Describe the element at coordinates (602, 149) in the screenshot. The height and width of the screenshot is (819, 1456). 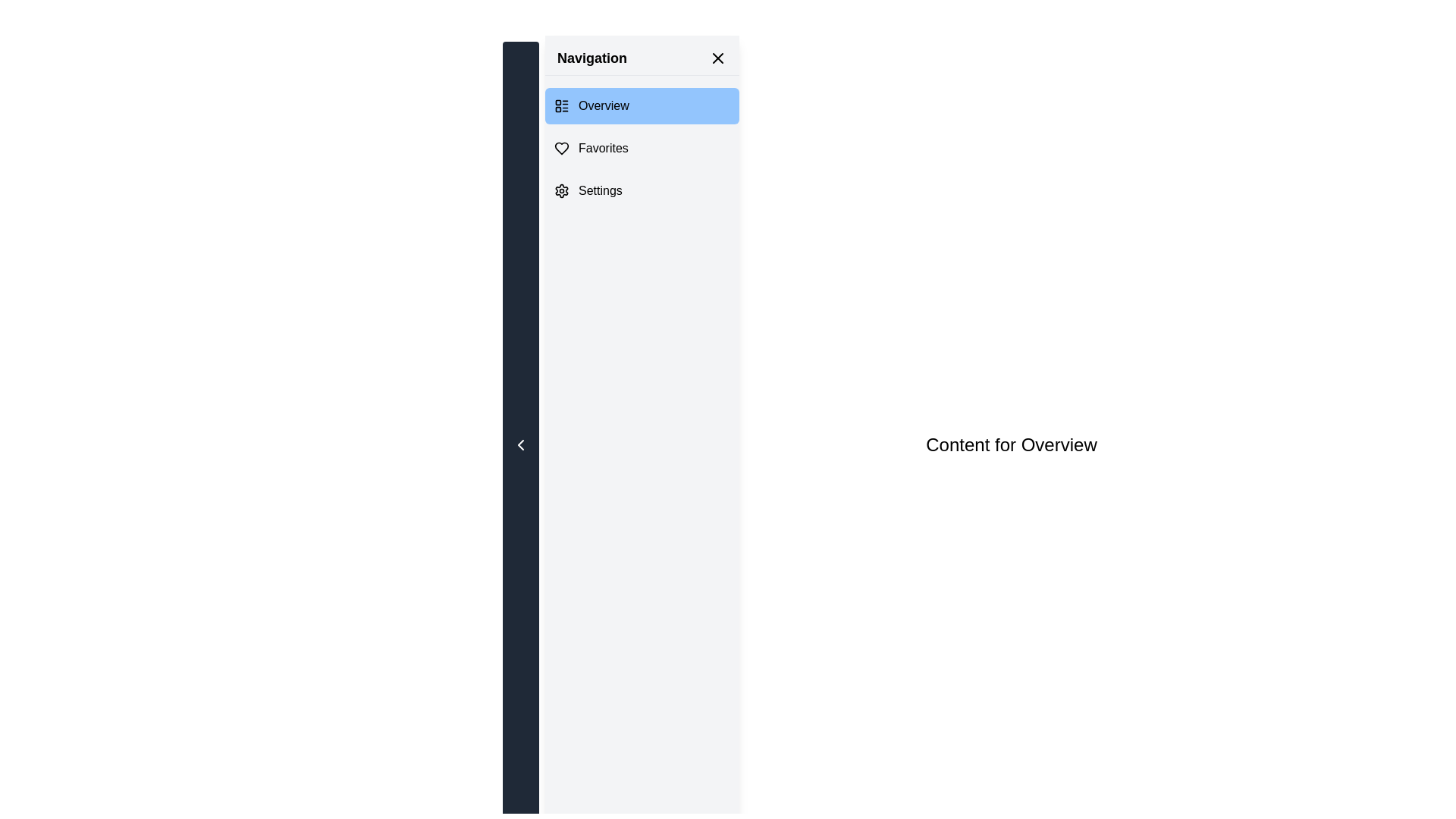
I see `the 'Favorites' text label in the navigation menu, which is positioned centrally between the 'Overview' and 'Settings' options` at that location.